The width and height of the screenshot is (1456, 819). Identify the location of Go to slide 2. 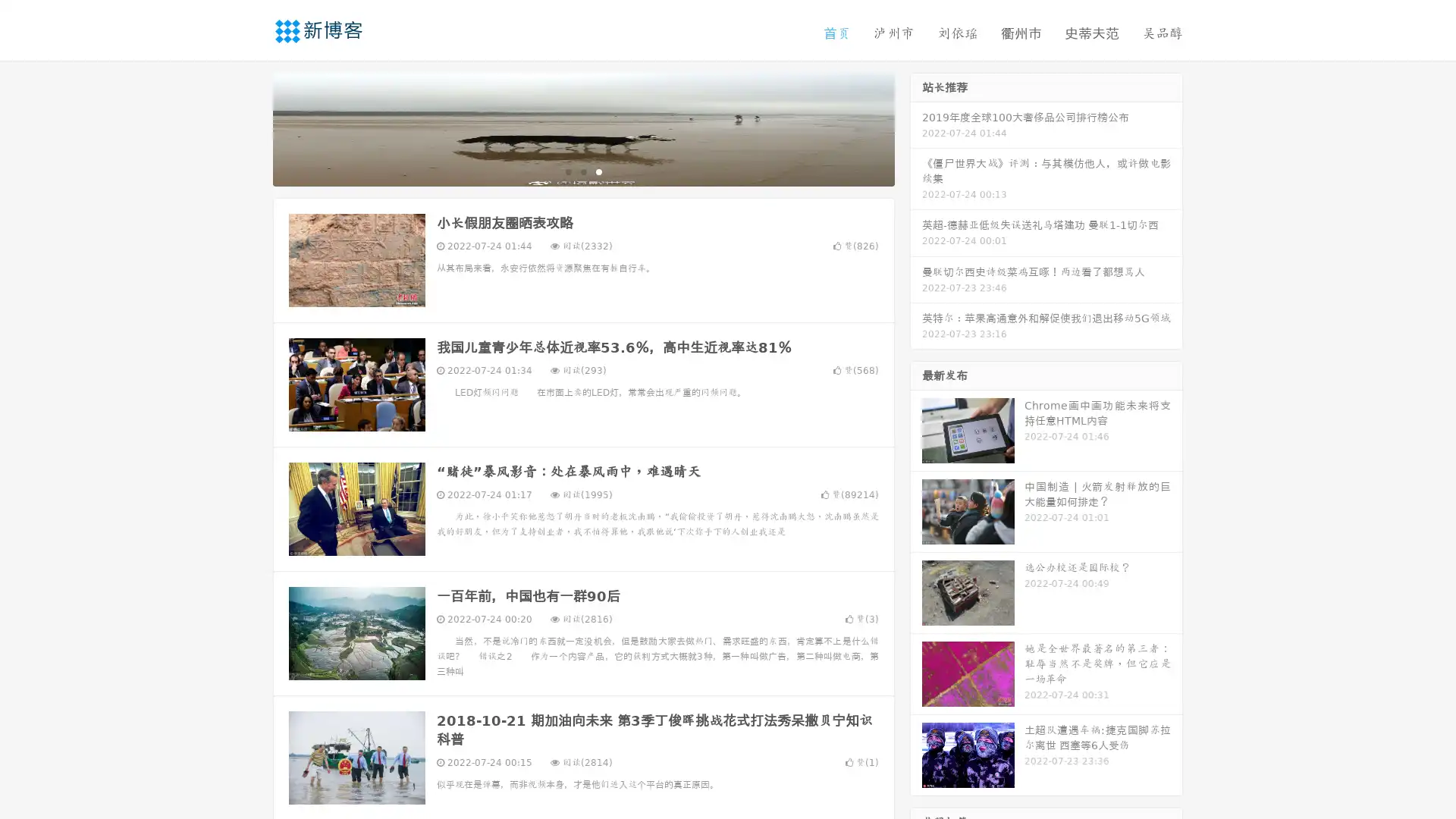
(582, 171).